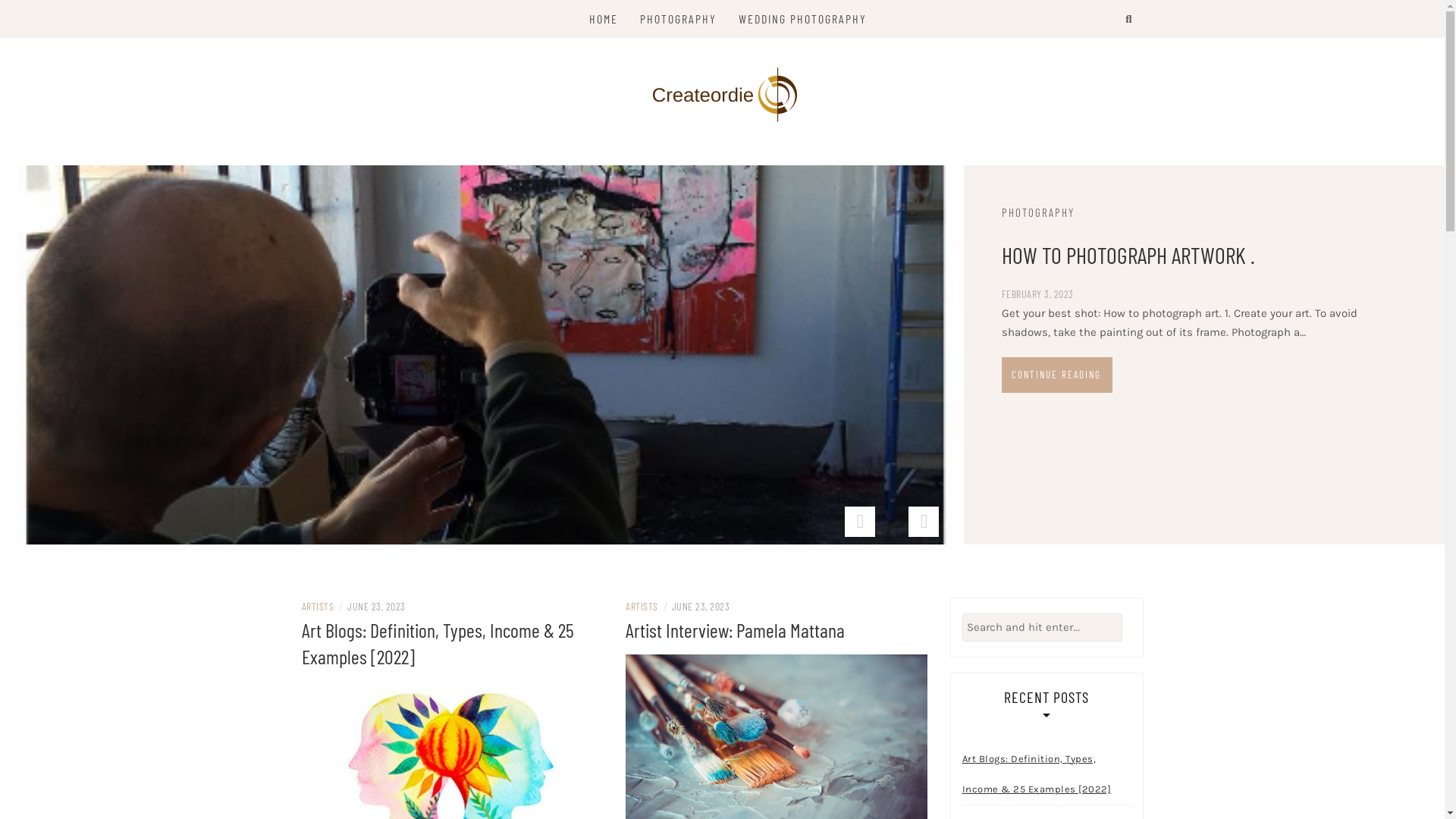 The height and width of the screenshot is (819, 1456). What do you see at coordinates (317, 605) in the screenshot?
I see `'ARTISTS'` at bounding box center [317, 605].